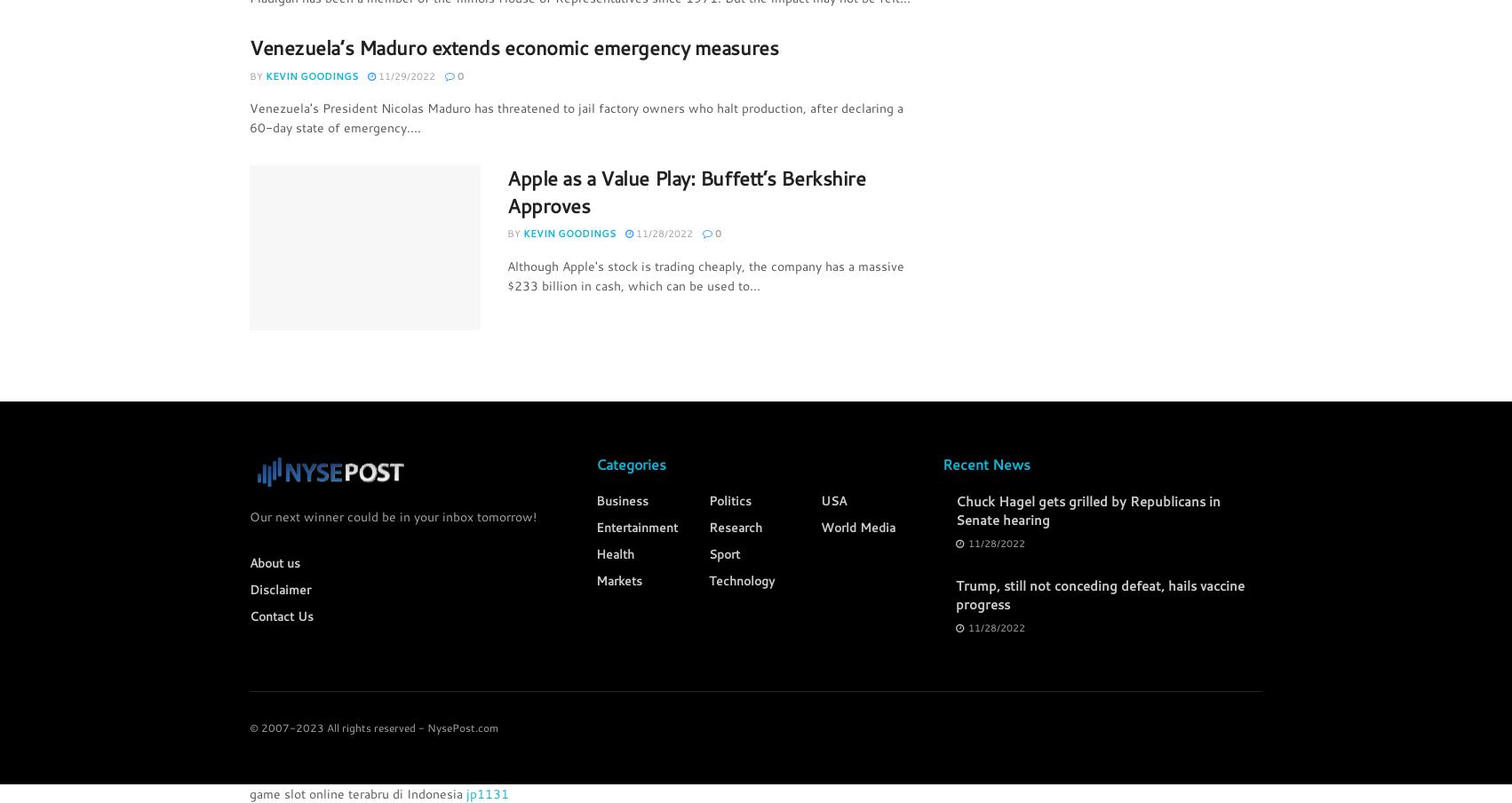 The width and height of the screenshot is (1512, 803). What do you see at coordinates (249, 726) in the screenshot?
I see `'© 2007-2023 All rights reserved - NysePost.com'` at bounding box center [249, 726].